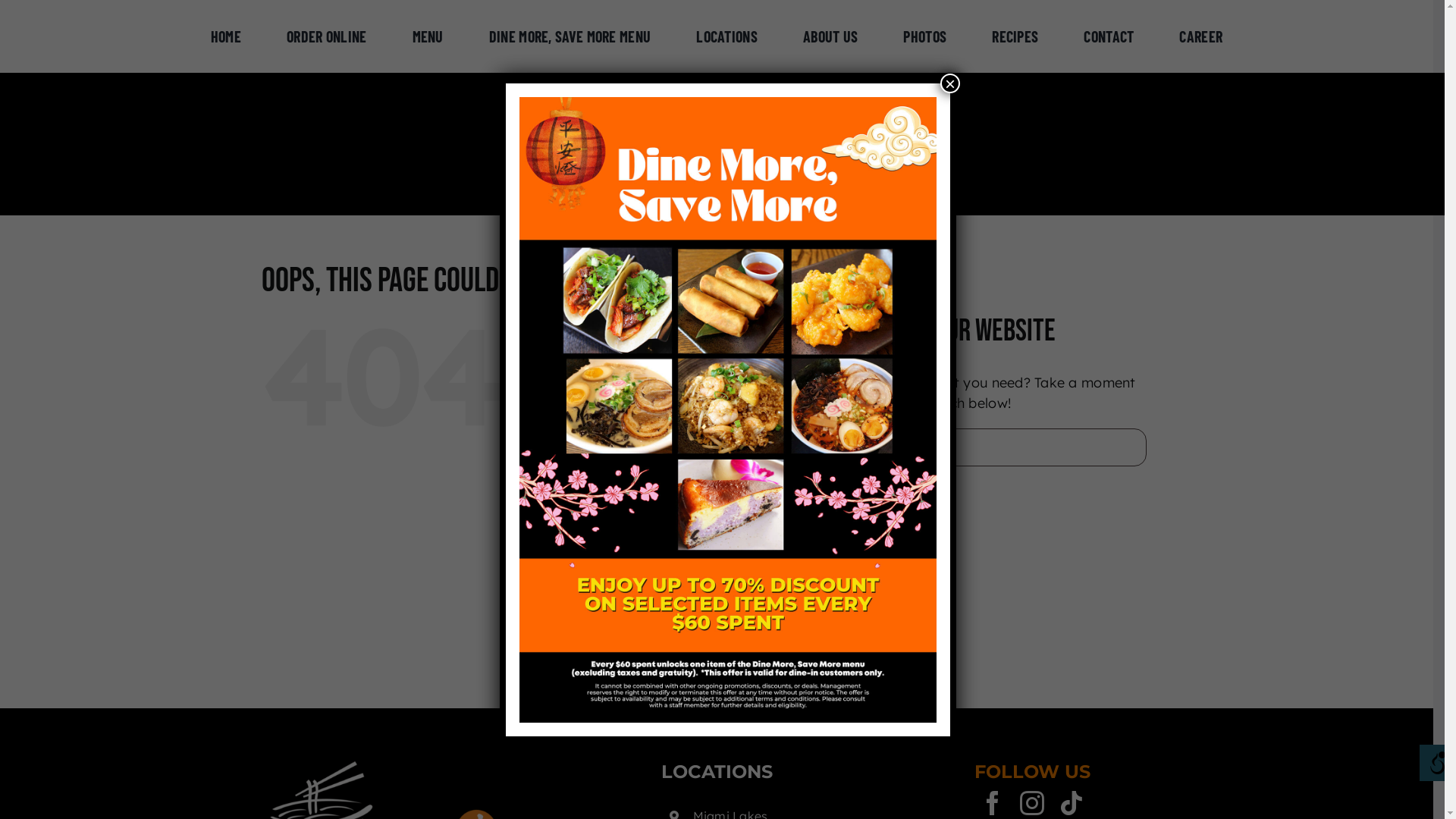 The image size is (1456, 819). I want to click on 'Career', so click(657, 647).